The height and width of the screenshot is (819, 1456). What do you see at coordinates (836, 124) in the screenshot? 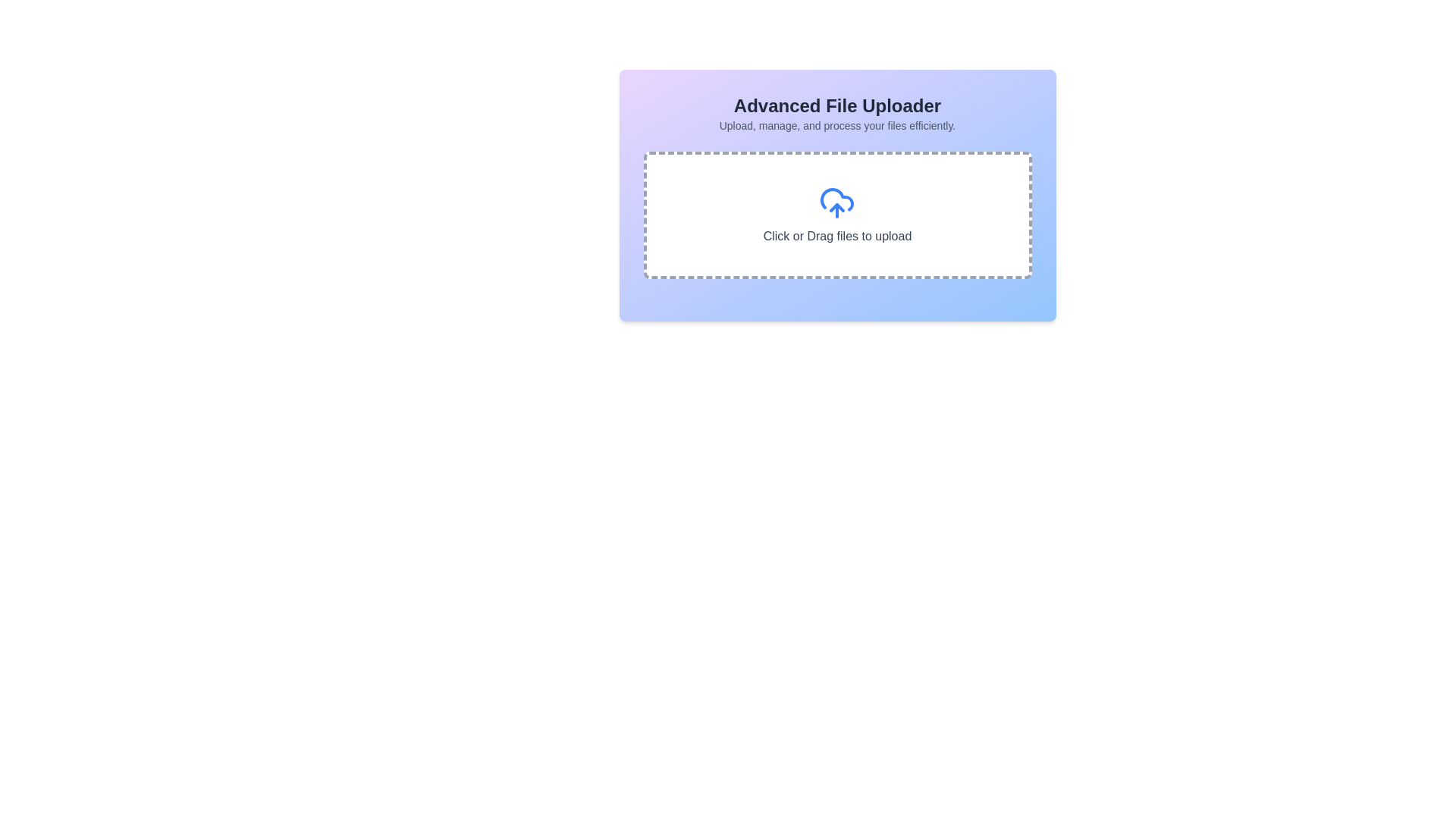
I see `the text label that reads 'Upload, manage, and process your files efficiently.' which is positioned below the title 'Advanced File Uploader'` at bounding box center [836, 124].